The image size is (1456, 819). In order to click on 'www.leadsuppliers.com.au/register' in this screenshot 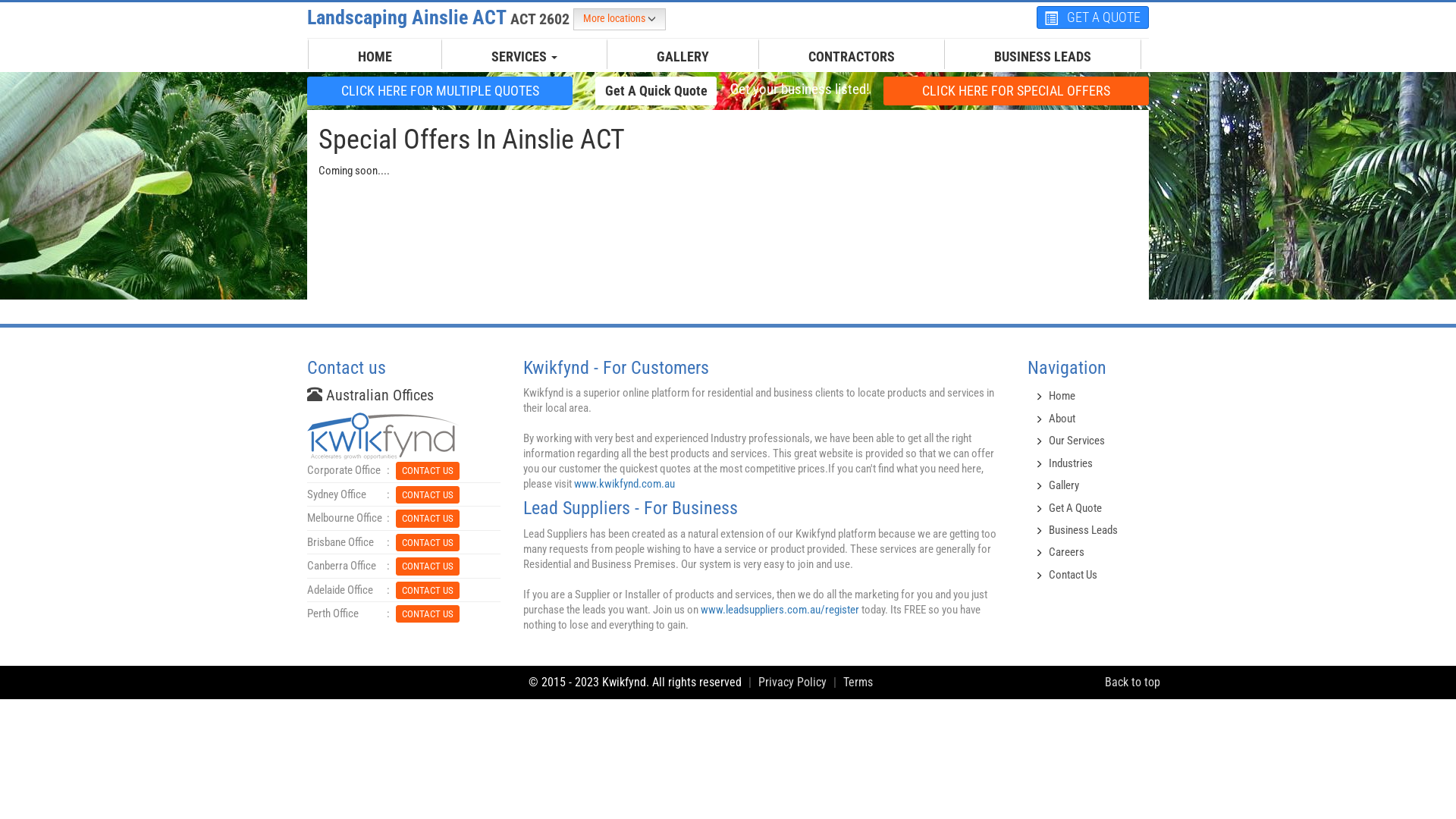, I will do `click(780, 608)`.